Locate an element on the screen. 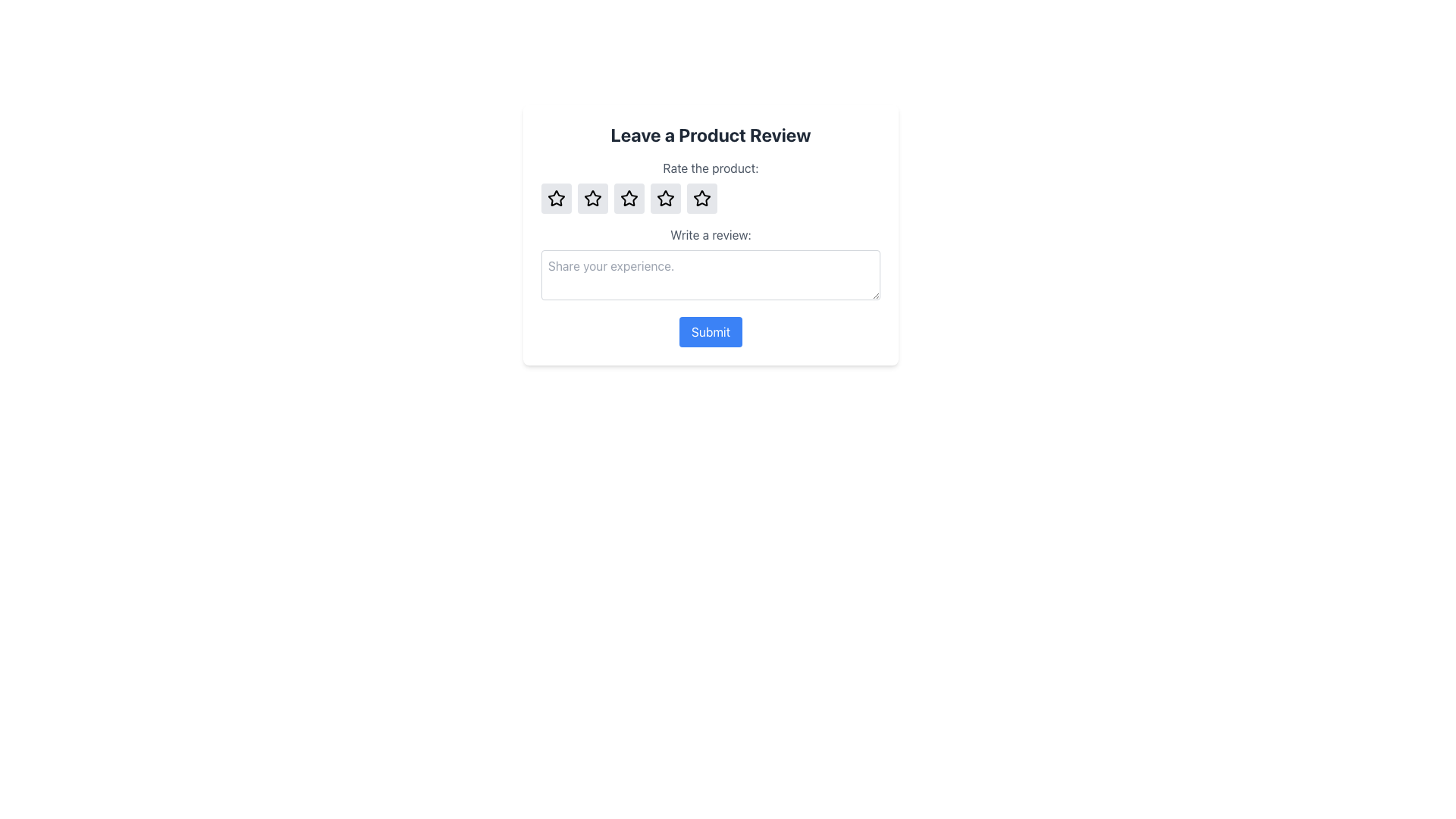 This screenshot has width=1456, height=819. the third star-shaped icon is located at coordinates (629, 198).